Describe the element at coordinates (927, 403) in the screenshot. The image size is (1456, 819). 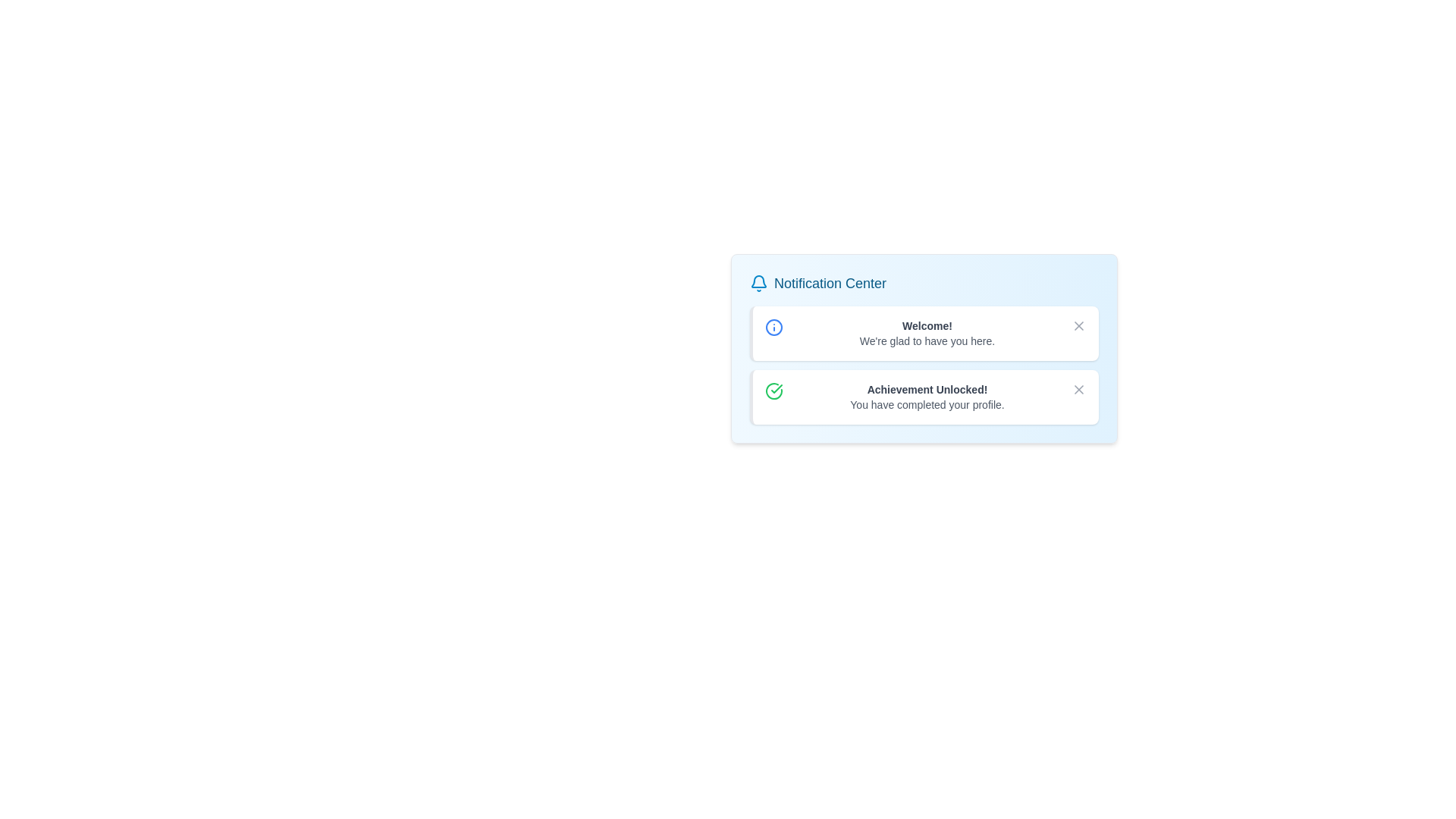
I see `text label that indicates successful profile completion, located in the second notification card beneath the 'Achievement Unlocked!' text` at that location.